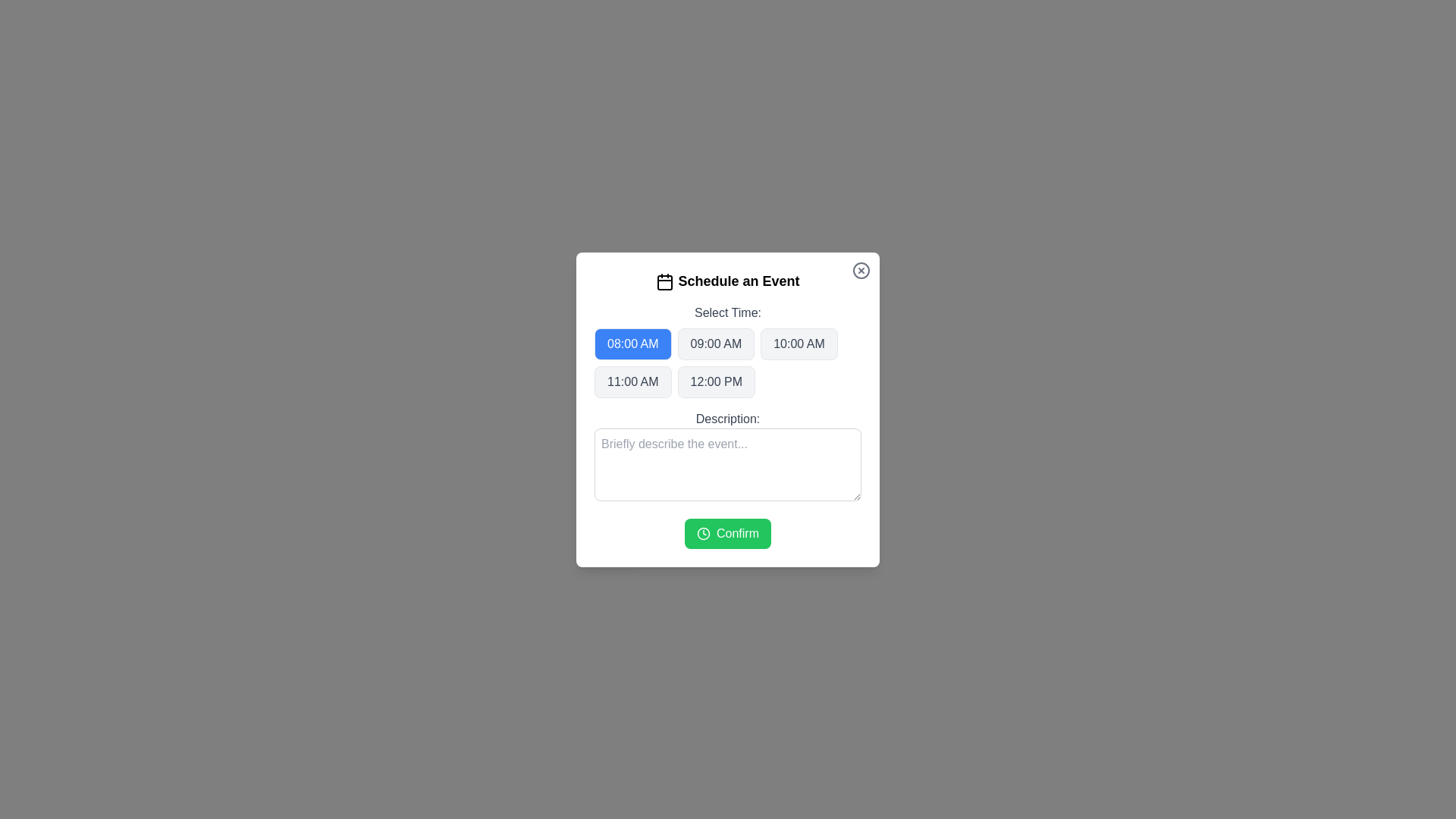  Describe the element at coordinates (702, 532) in the screenshot. I see `the circular outline within the clock icon located before the 'Schedule an Event' heading in the modal interface` at that location.